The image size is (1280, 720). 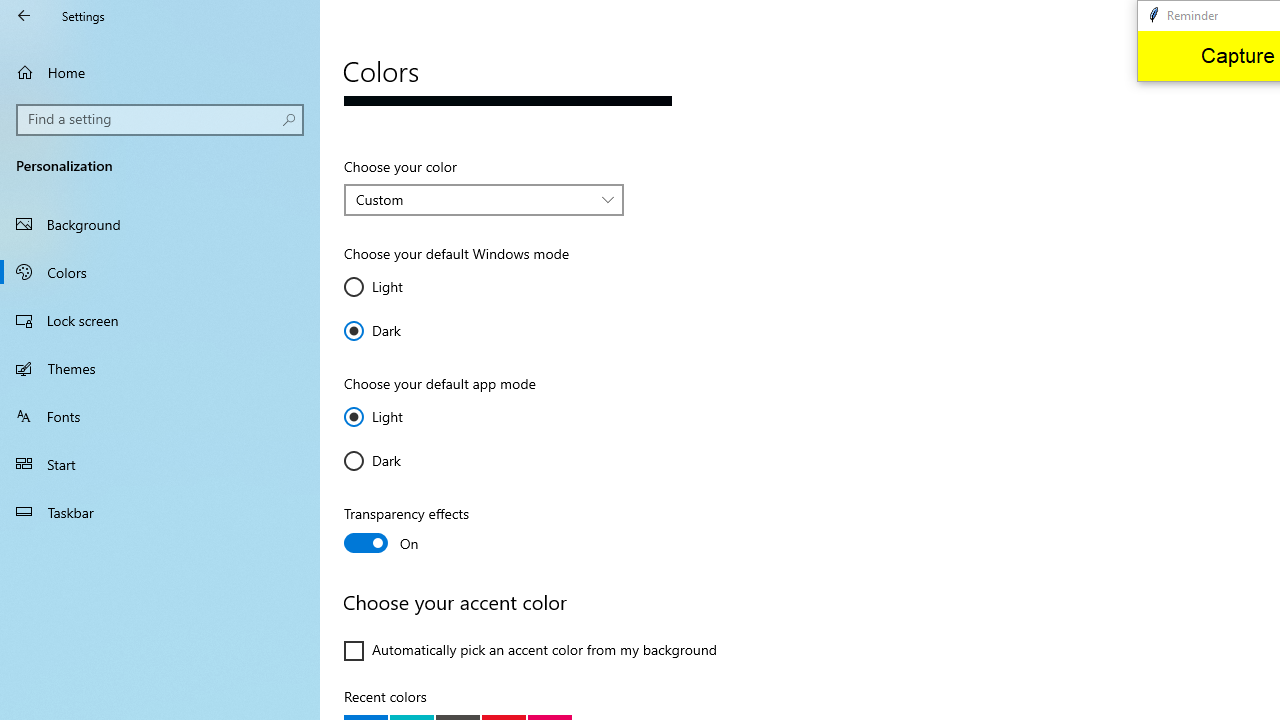 What do you see at coordinates (160, 510) in the screenshot?
I see `'Taskbar'` at bounding box center [160, 510].